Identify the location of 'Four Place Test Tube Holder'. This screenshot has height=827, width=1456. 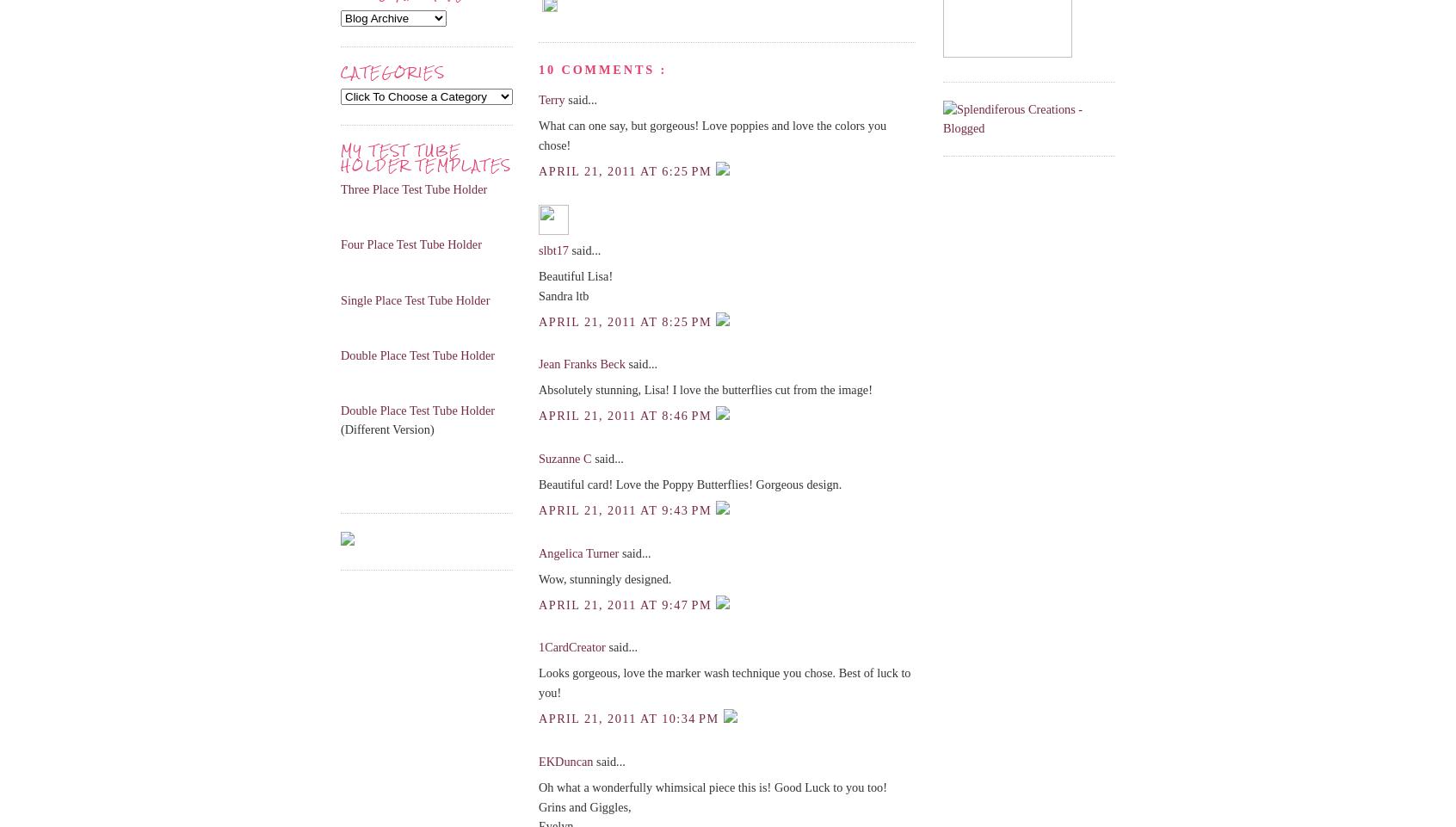
(410, 244).